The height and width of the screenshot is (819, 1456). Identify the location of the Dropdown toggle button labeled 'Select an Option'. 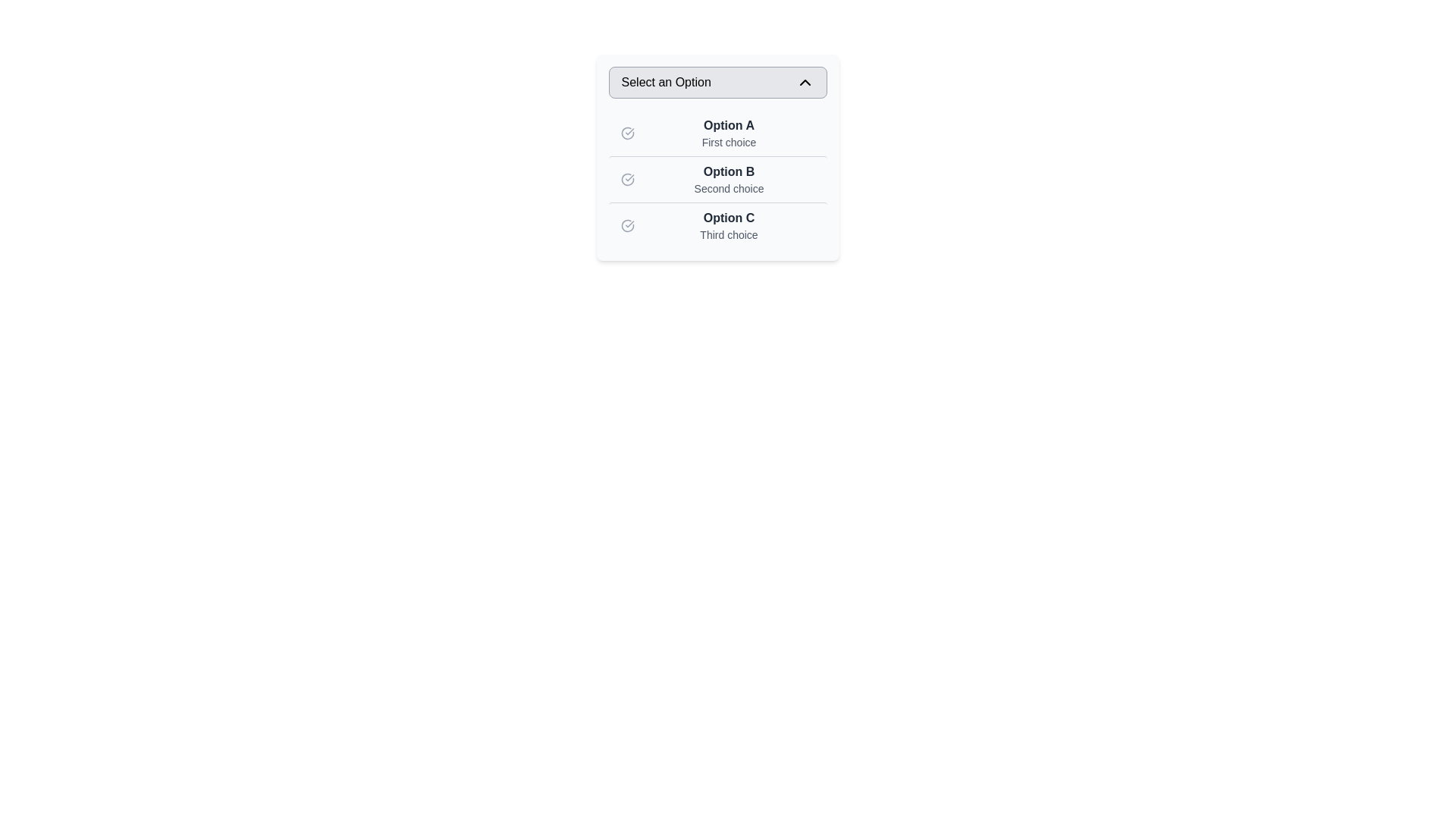
(717, 82).